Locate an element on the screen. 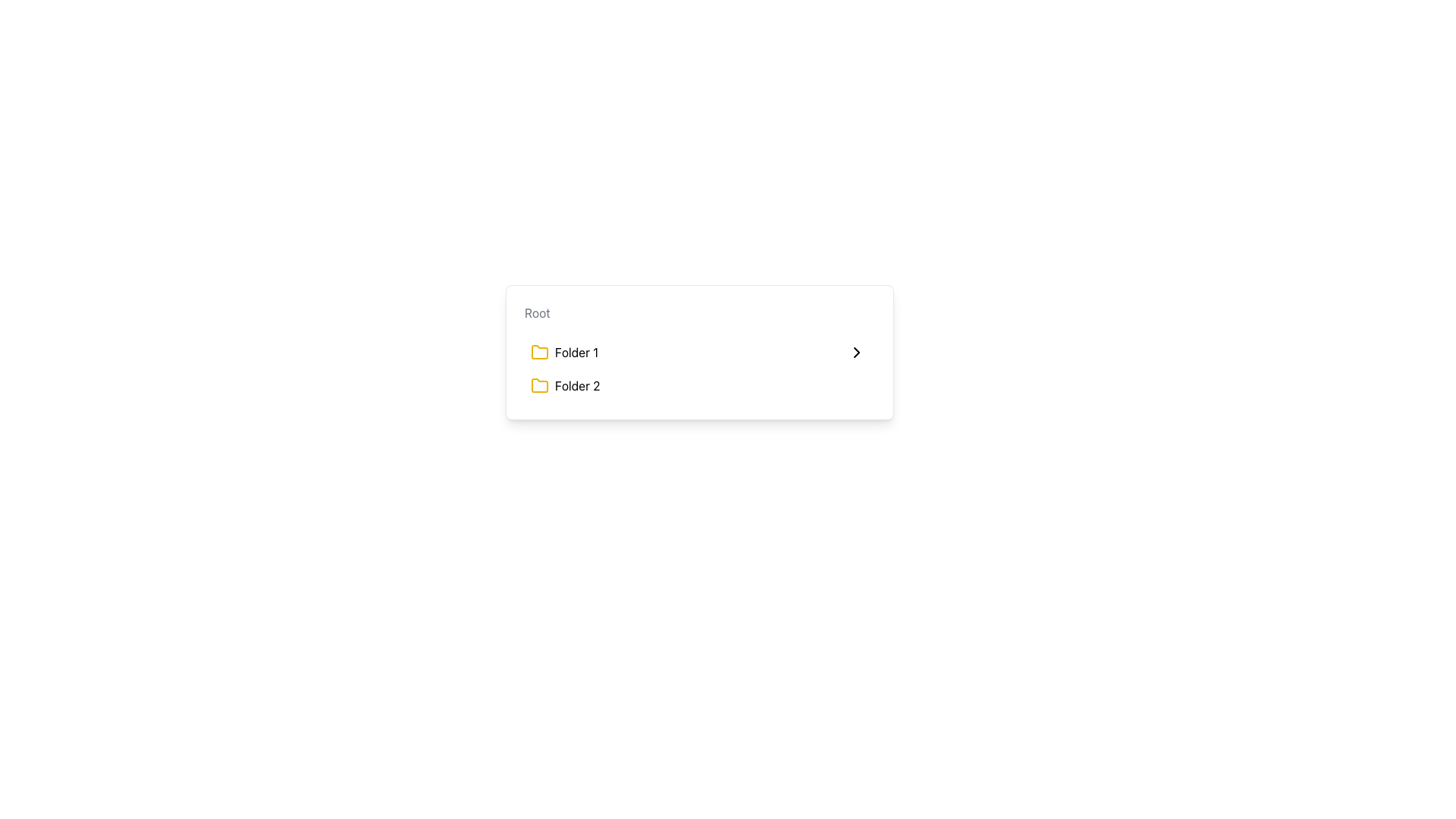  header text label that serves as the title for the menu, positioned at the top-left corner above 'Folder 1' and 'Folder 2' is located at coordinates (537, 312).